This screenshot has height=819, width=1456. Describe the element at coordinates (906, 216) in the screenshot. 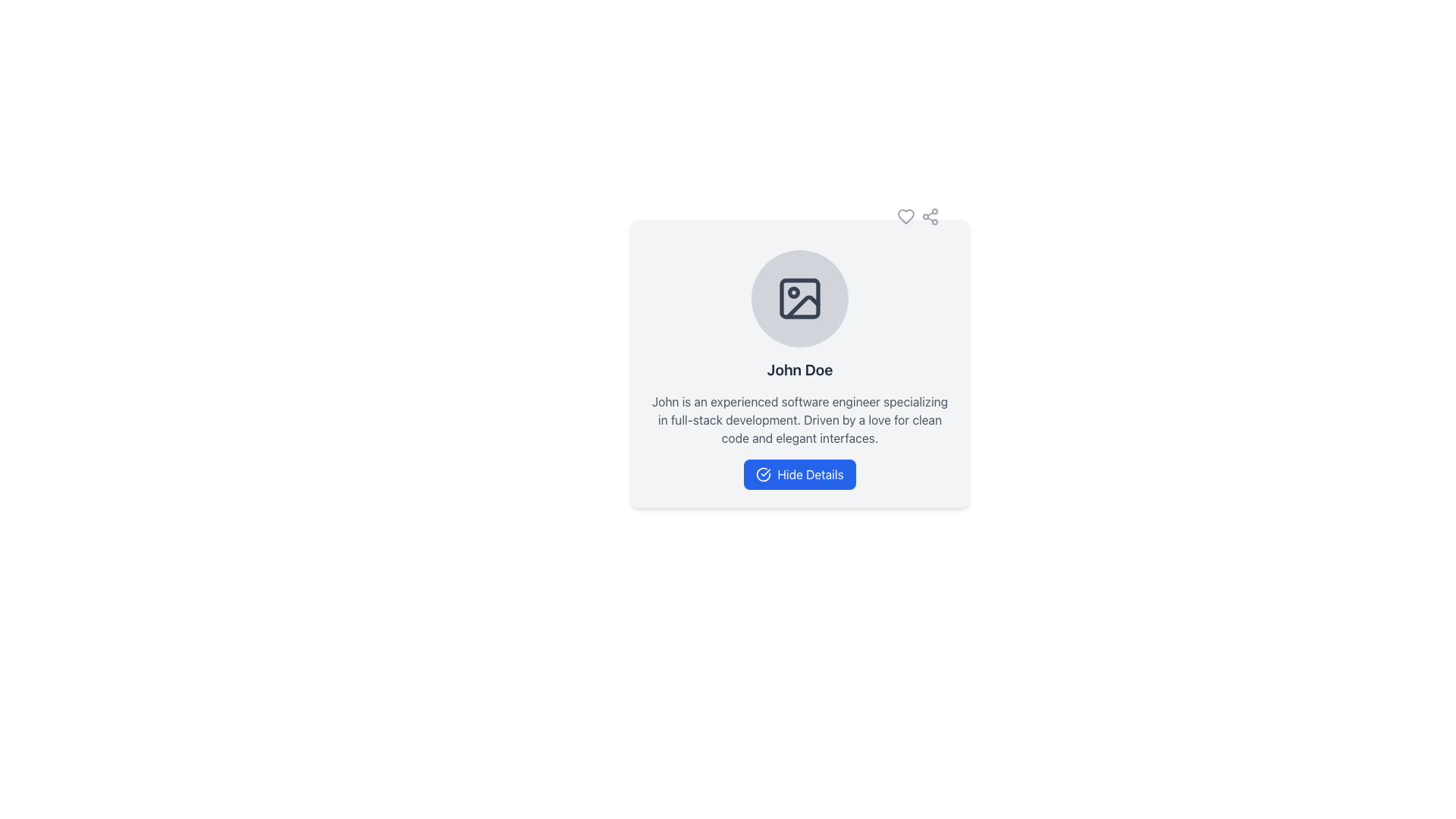

I see `the heart-shaped interactive icon in the top right corner of the user profile card to indicate 'like' or 'favorite'` at that location.